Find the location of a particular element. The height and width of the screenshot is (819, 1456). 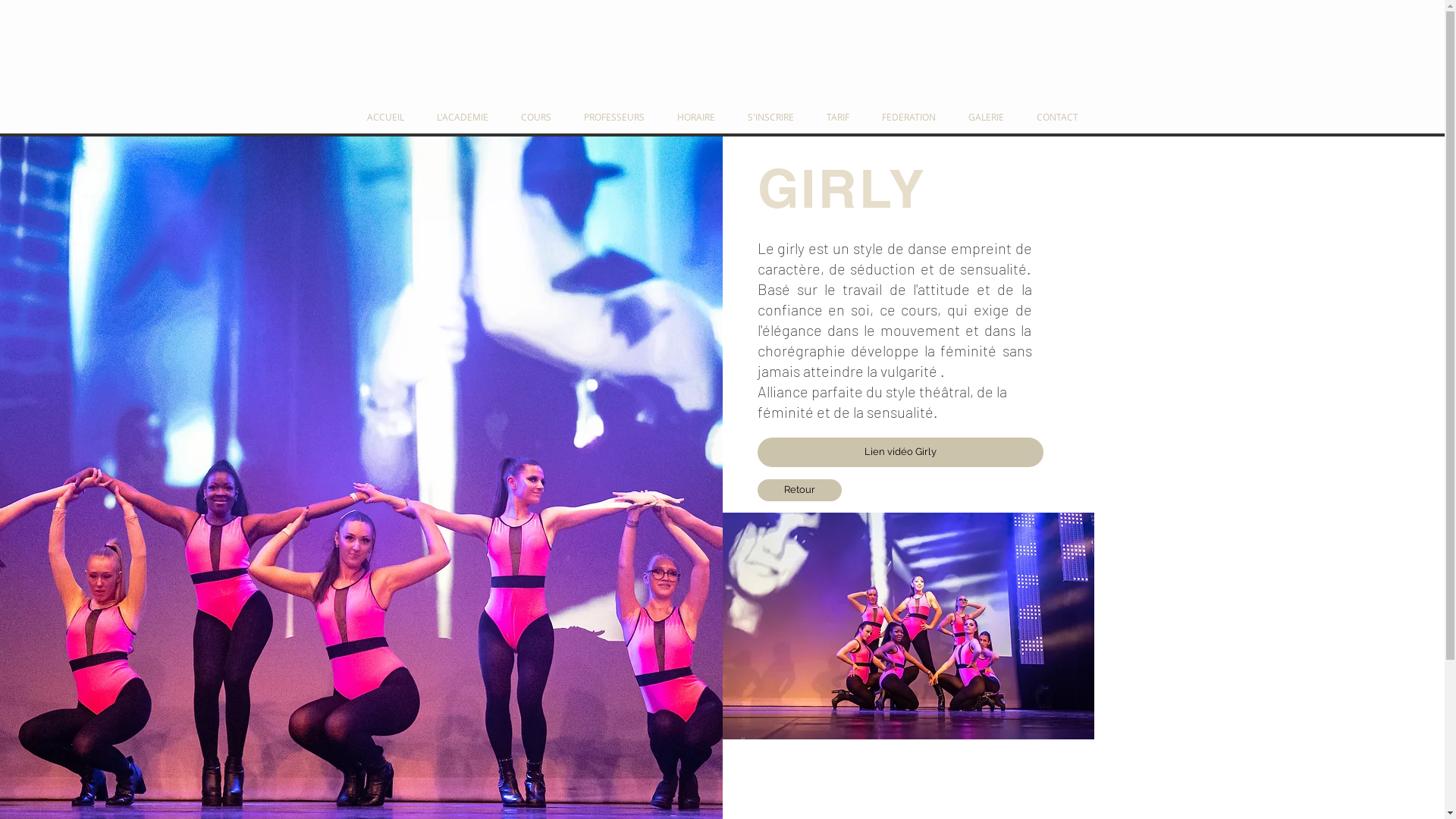

'COURS' is located at coordinates (536, 116).